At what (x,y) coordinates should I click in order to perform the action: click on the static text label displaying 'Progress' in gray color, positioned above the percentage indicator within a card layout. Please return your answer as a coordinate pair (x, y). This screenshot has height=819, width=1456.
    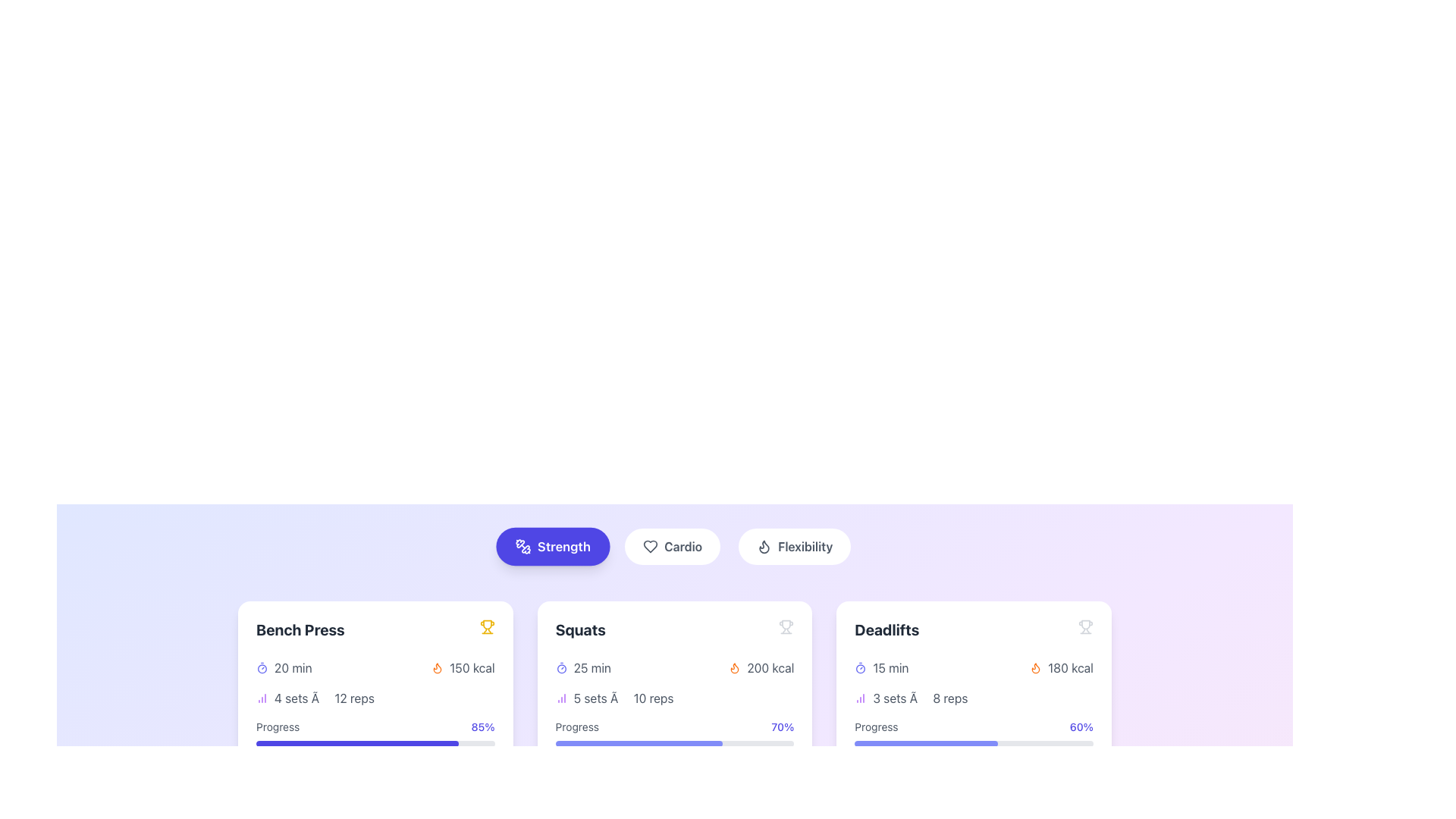
    Looking at the image, I should click on (278, 726).